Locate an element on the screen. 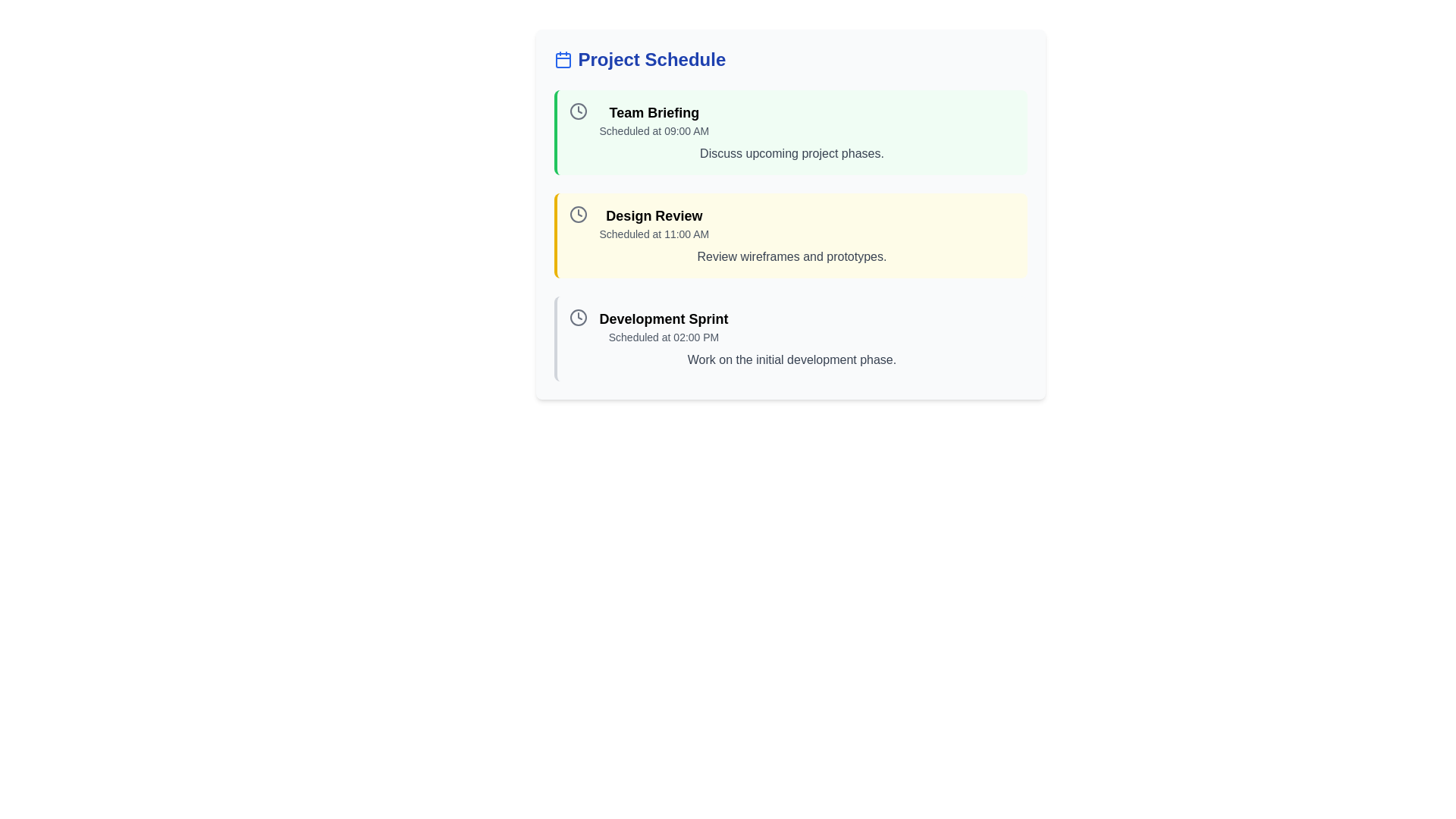  the clock icon located in the 'Design Review' section is located at coordinates (577, 214).